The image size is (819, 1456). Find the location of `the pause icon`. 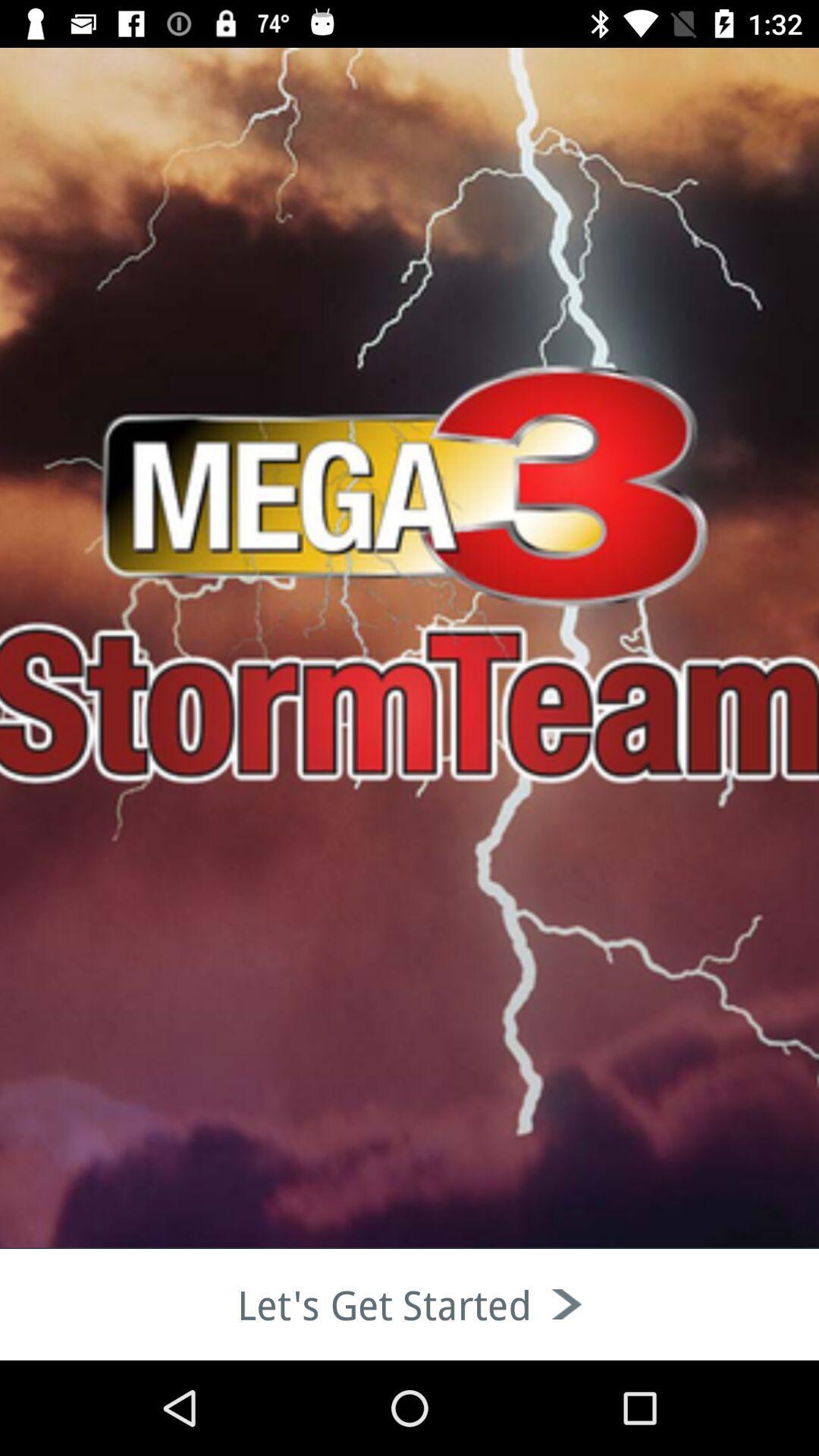

the pause icon is located at coordinates (99, 182).